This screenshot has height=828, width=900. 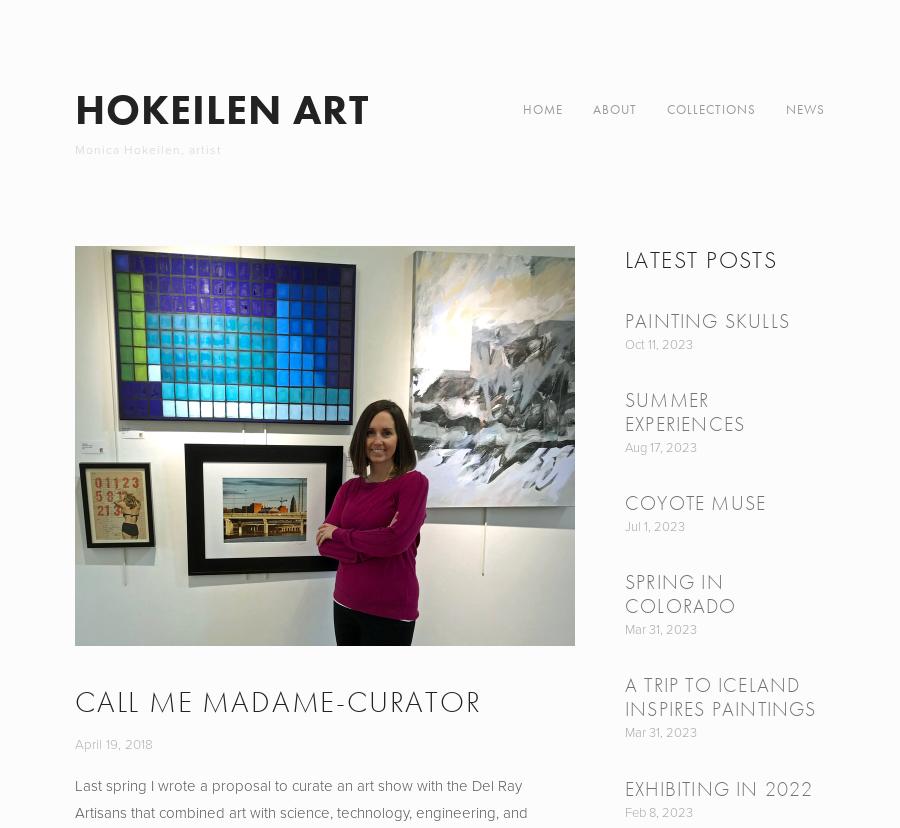 I want to click on 'Oct 11, 2023', so click(x=658, y=342).